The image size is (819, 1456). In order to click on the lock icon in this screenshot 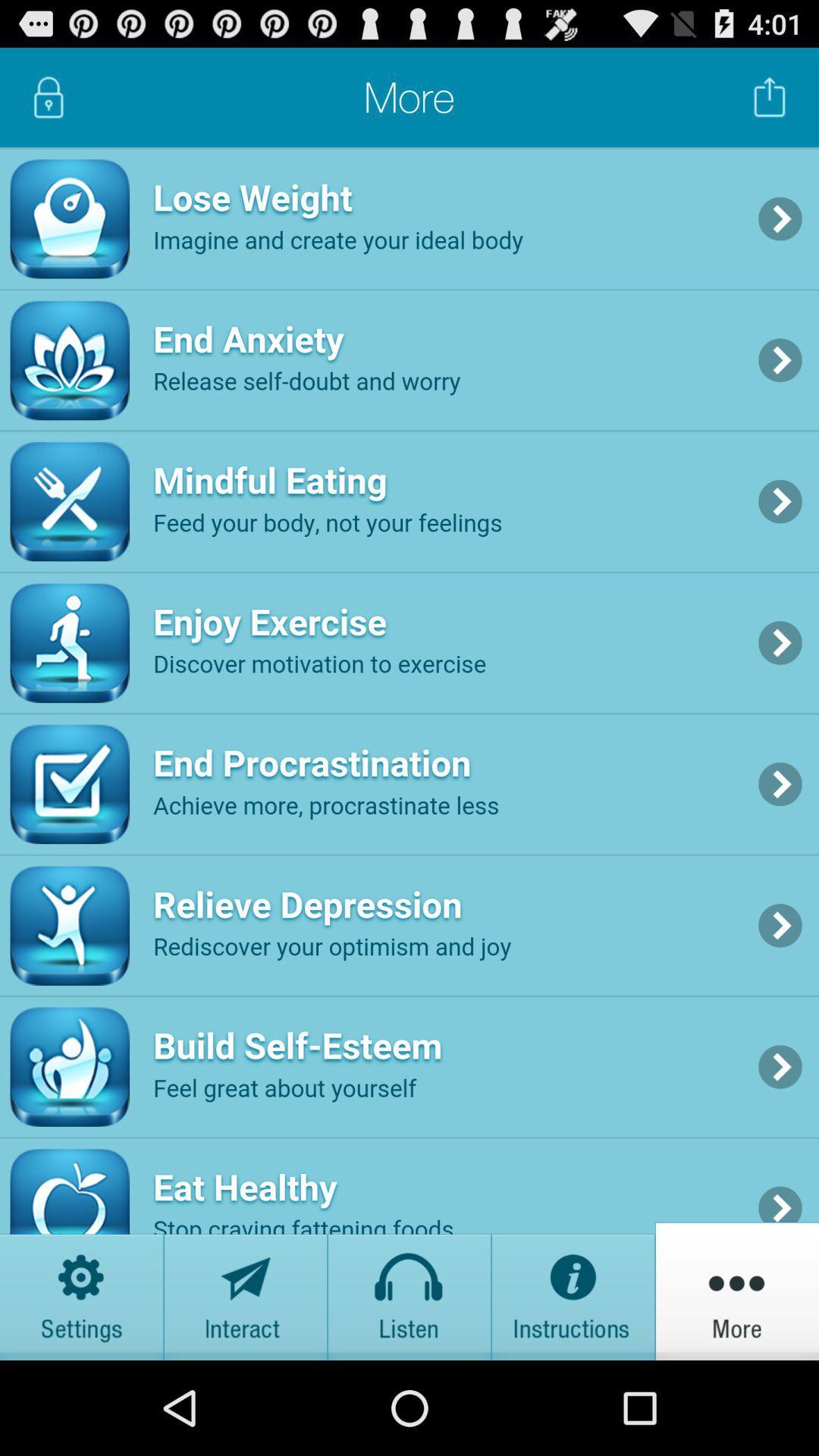, I will do `click(48, 103)`.